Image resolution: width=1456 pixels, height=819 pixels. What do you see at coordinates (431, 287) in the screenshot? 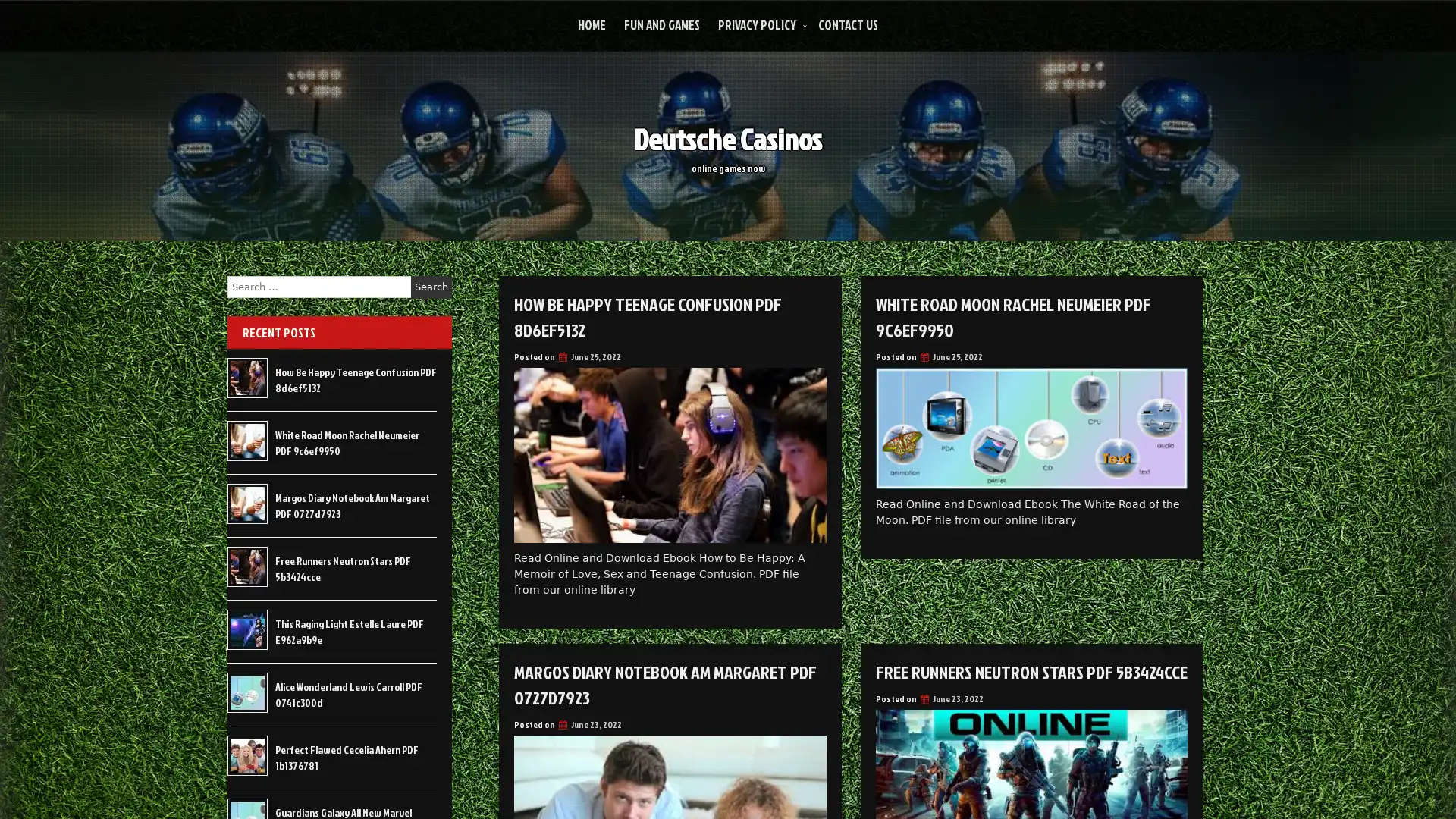
I see `Search` at bounding box center [431, 287].